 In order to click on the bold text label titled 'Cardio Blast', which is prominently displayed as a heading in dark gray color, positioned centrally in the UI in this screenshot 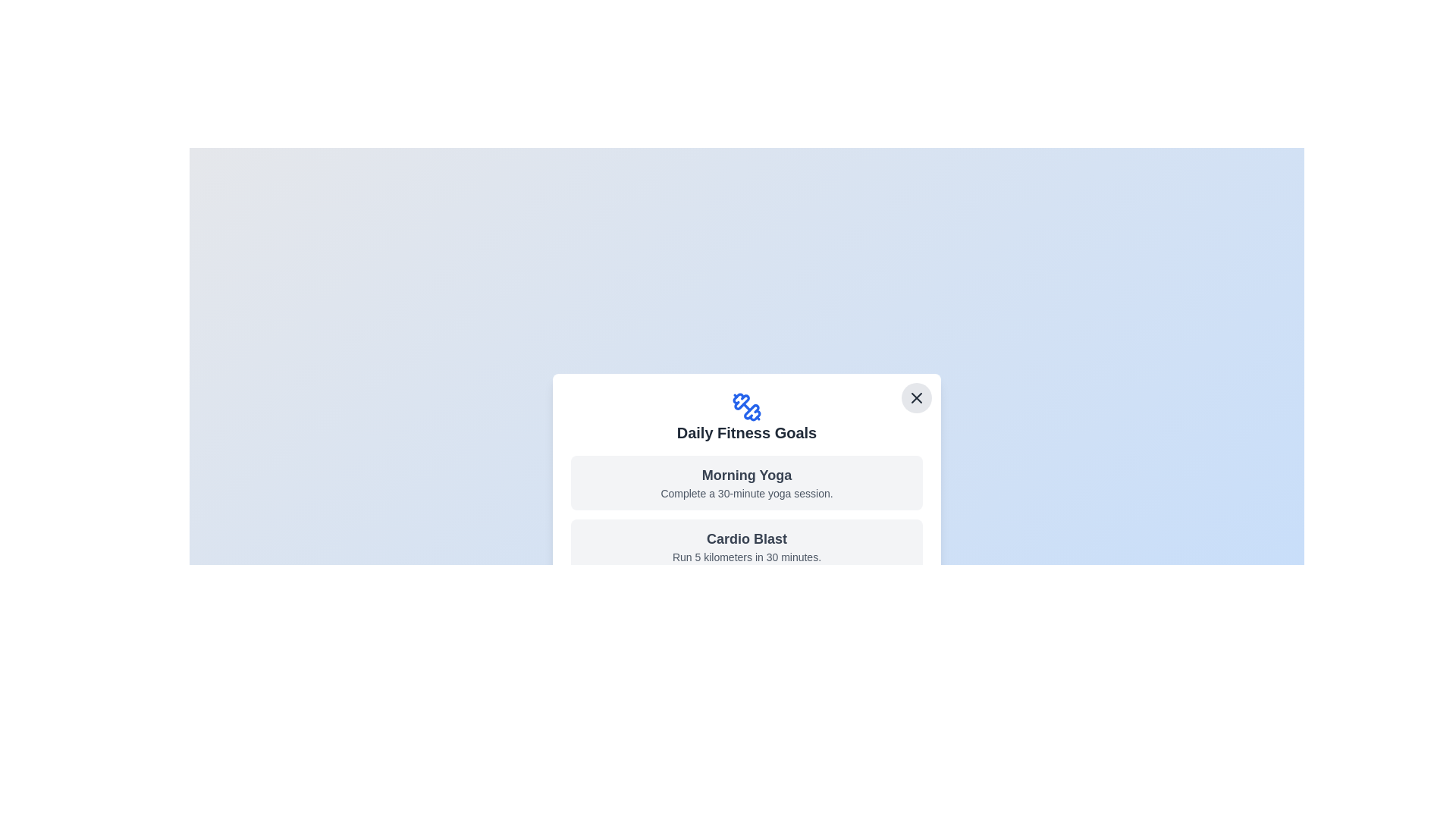, I will do `click(746, 538)`.